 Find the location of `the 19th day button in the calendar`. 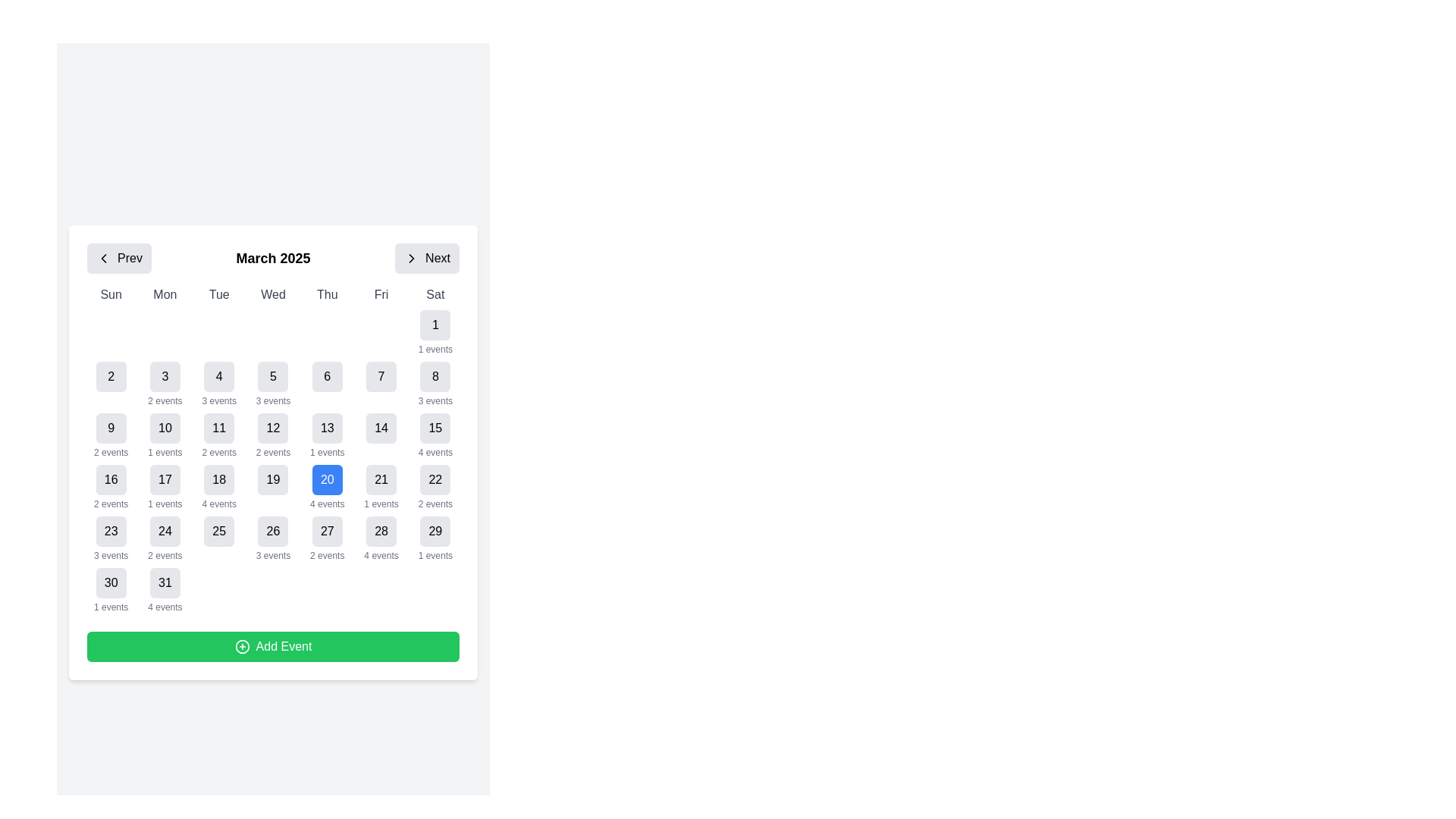

the 19th day button in the calendar is located at coordinates (273, 488).